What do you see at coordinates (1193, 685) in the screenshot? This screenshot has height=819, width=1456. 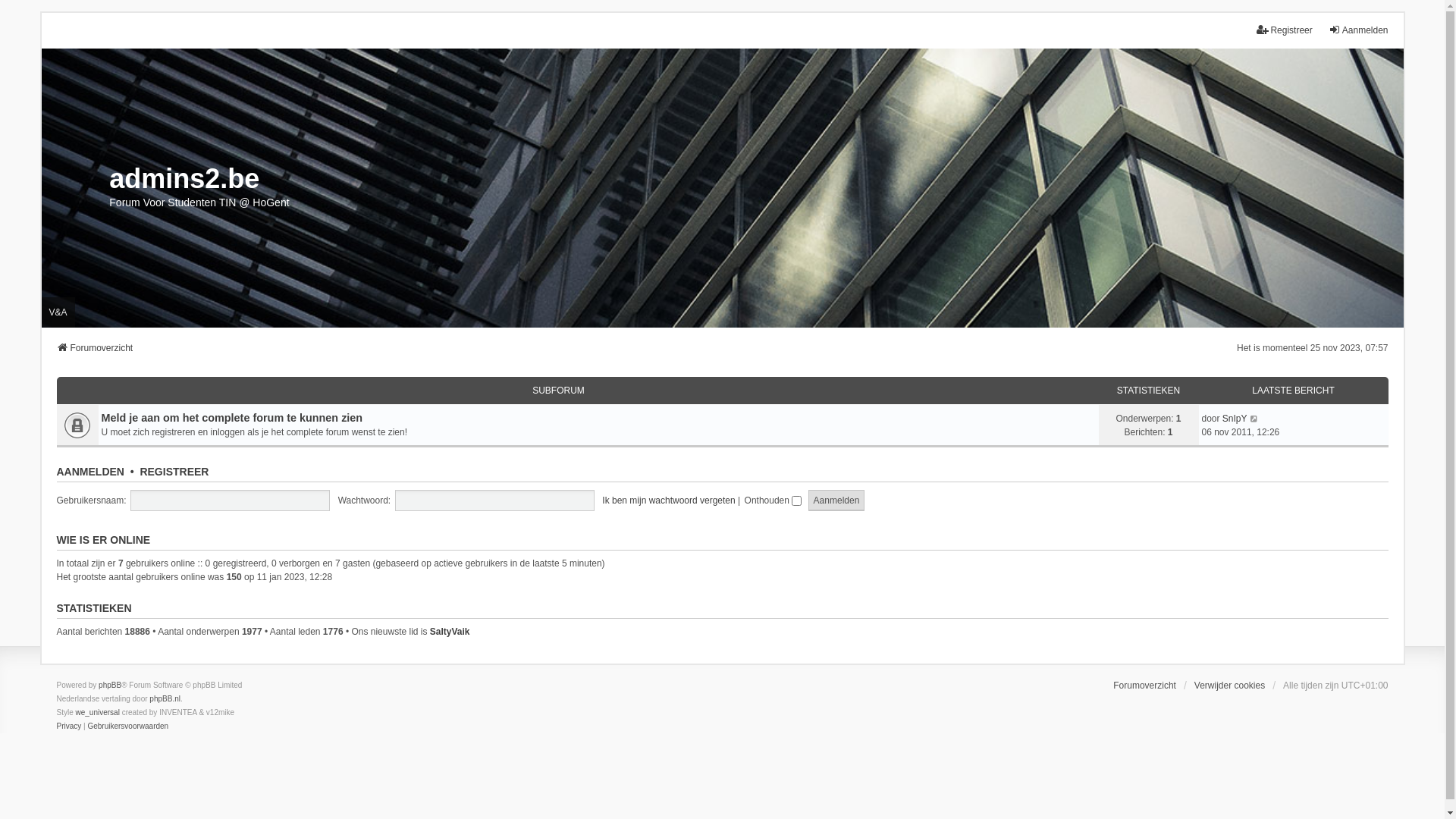 I see `'Verwijder cookies'` at bounding box center [1193, 685].